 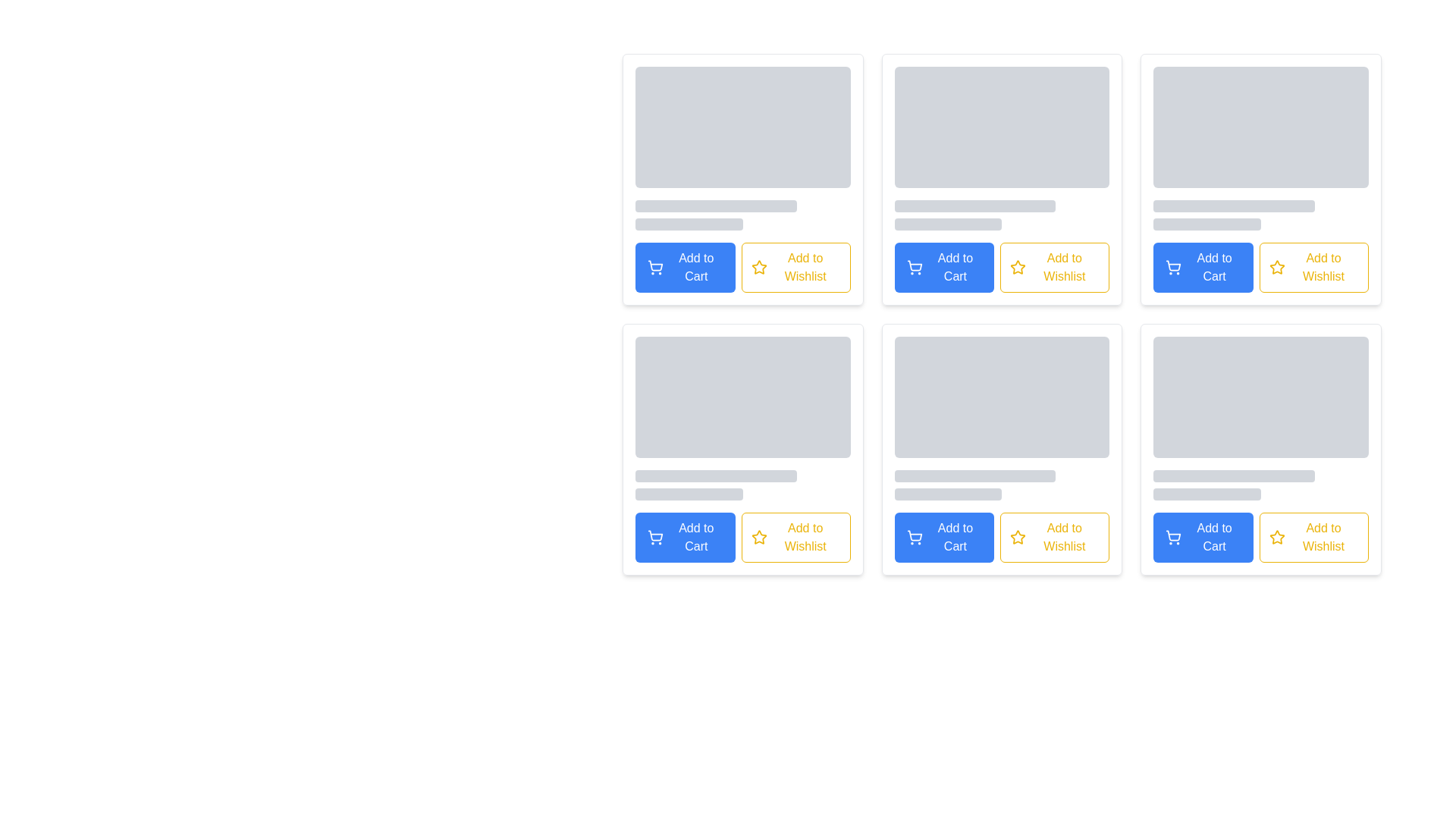 What do you see at coordinates (759, 266) in the screenshot?
I see `the yellow star icon with a hollow center, part of the 'Add to Wishlist' button, located at the bottom right of the product card to possibly display a tooltip` at bounding box center [759, 266].